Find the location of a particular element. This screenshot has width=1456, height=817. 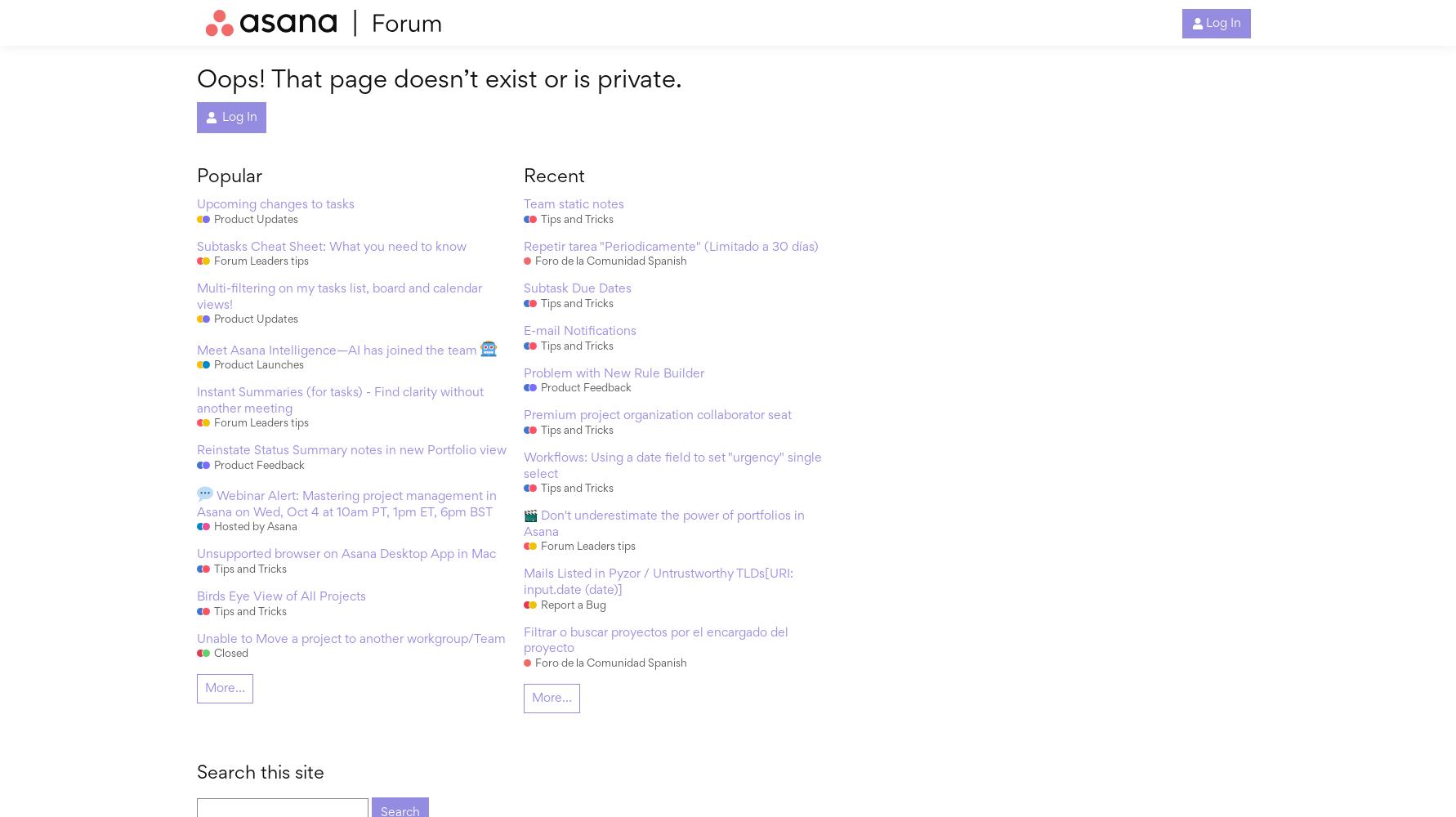

'Report a Bug' is located at coordinates (572, 605).